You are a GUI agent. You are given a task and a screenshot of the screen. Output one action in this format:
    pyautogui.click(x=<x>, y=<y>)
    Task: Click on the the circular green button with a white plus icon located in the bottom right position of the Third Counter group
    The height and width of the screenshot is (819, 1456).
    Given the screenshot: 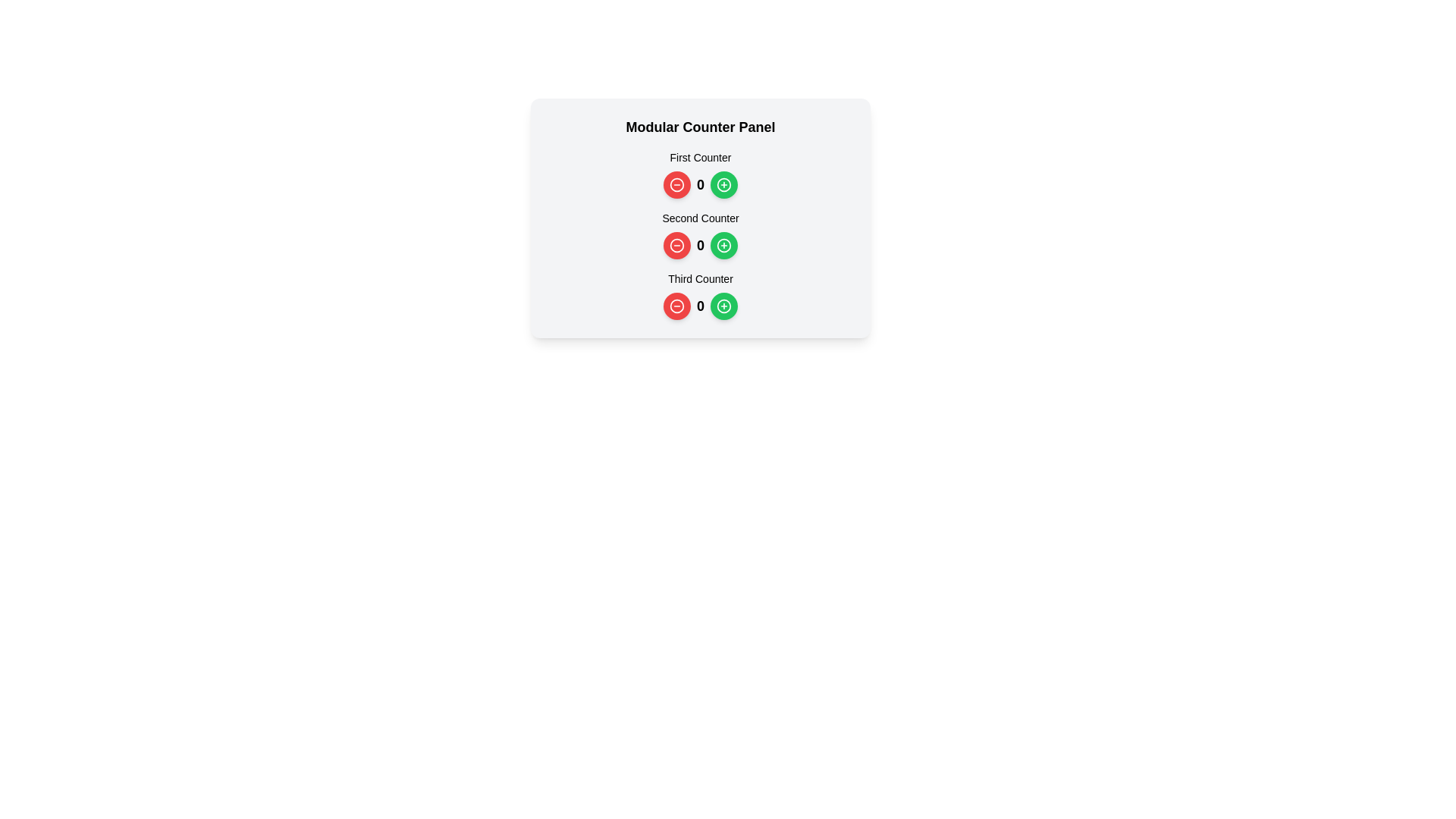 What is the action you would take?
    pyautogui.click(x=723, y=306)
    